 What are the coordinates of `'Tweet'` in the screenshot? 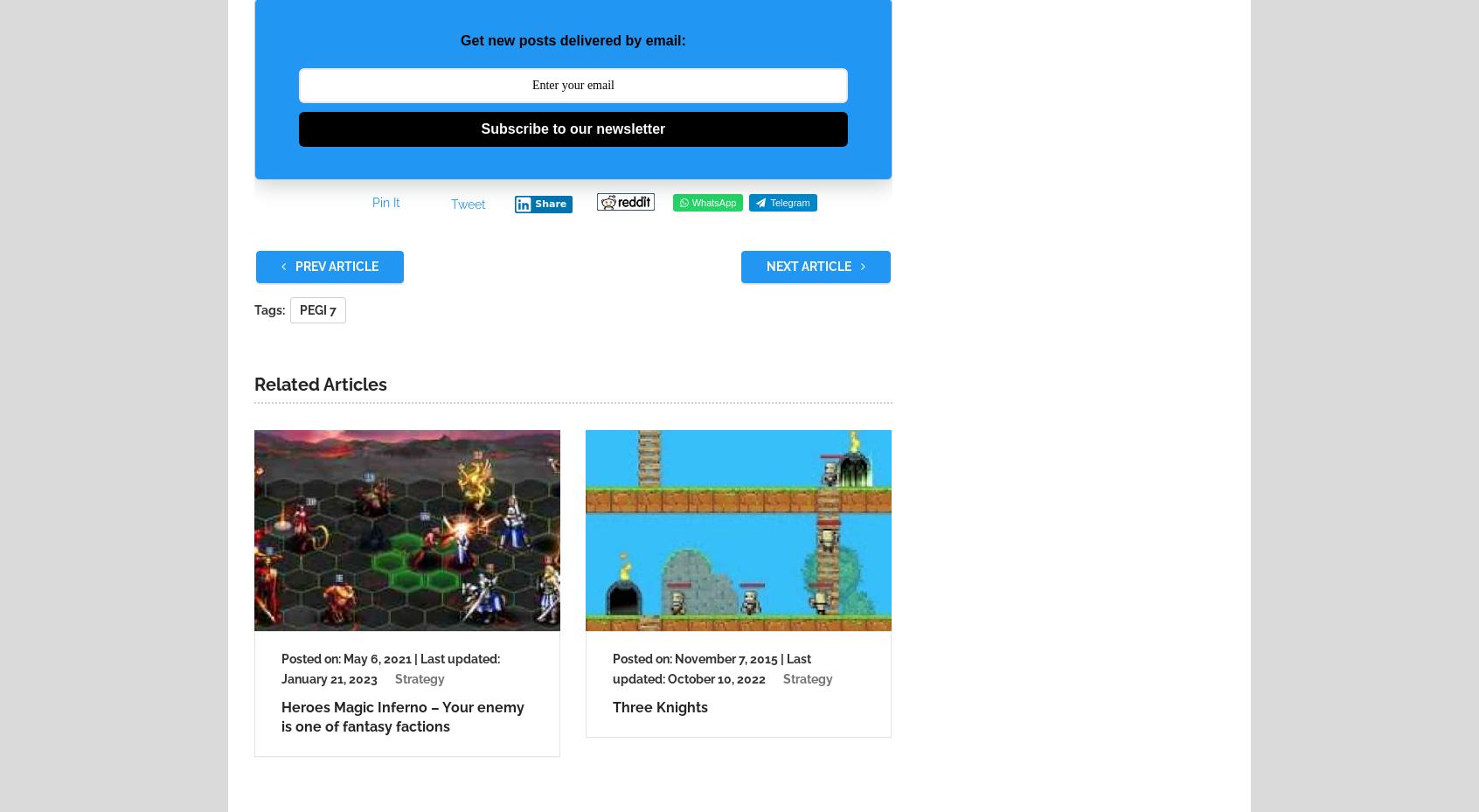 It's located at (469, 202).